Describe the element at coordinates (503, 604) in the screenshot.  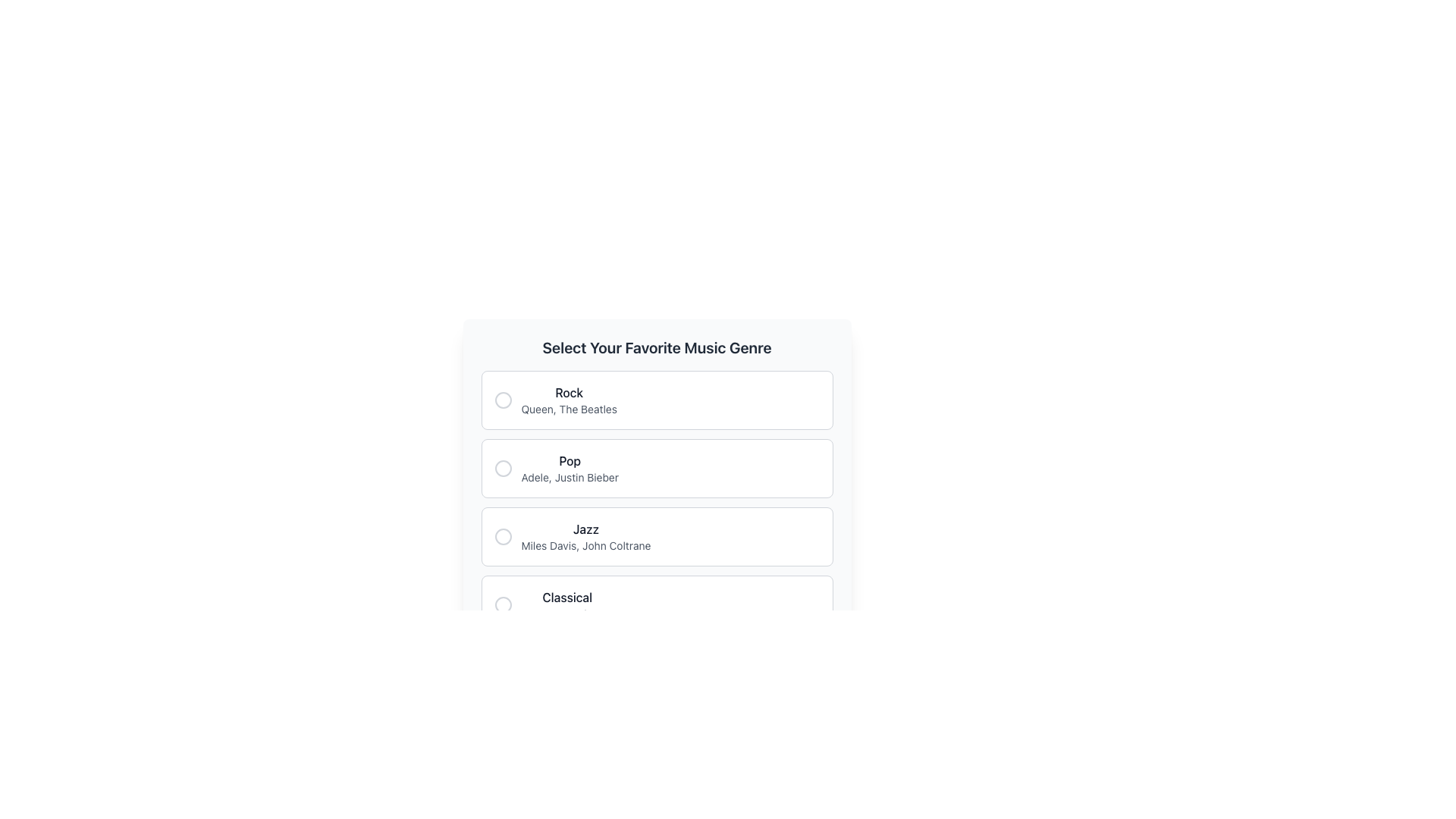
I see `the SVG Circle element, a circular graphical component with a radius of 10 units, positioned left of the 'Classical' option in the music genres list` at that location.